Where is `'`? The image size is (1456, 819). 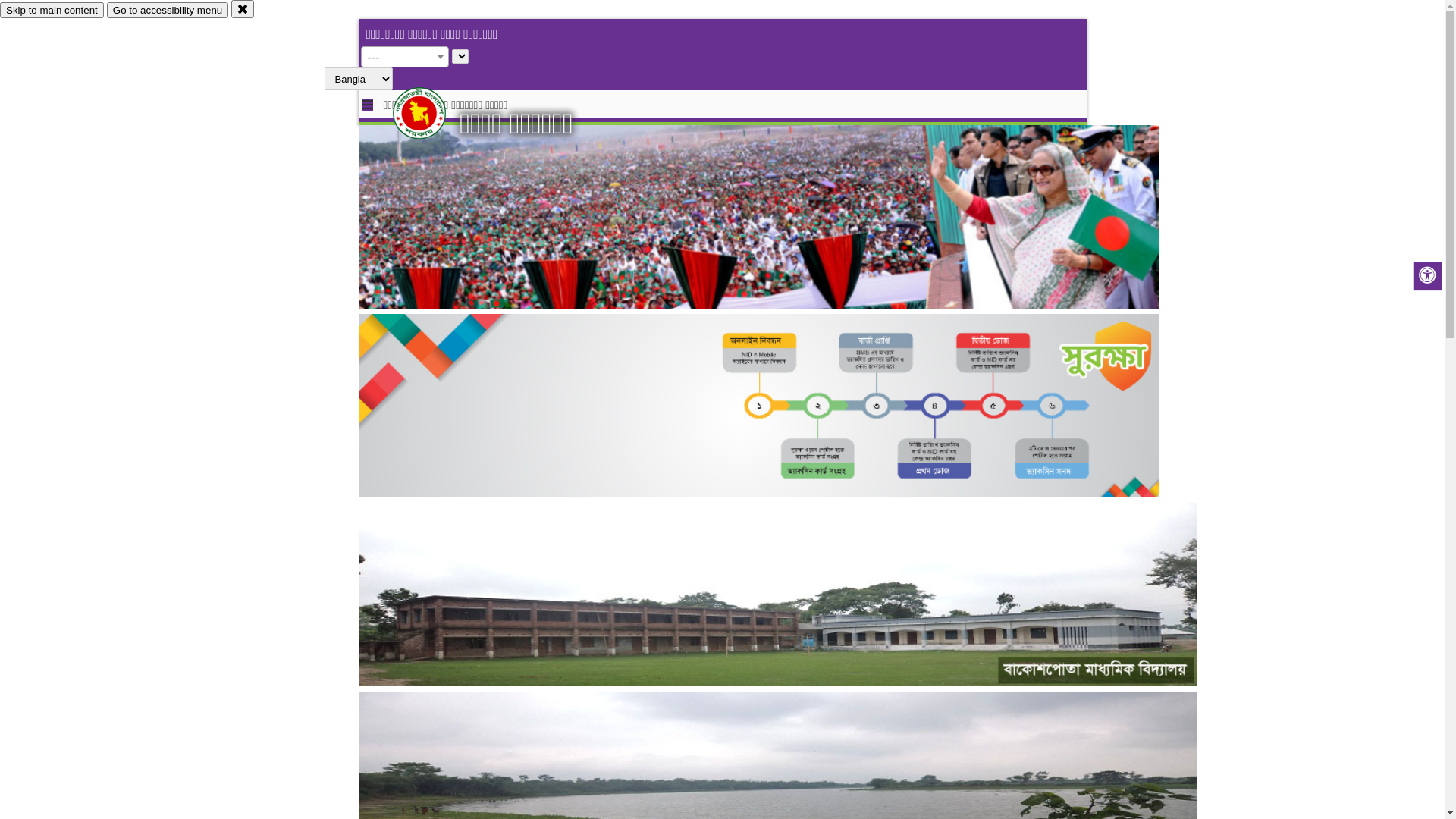
' is located at coordinates (431, 112).